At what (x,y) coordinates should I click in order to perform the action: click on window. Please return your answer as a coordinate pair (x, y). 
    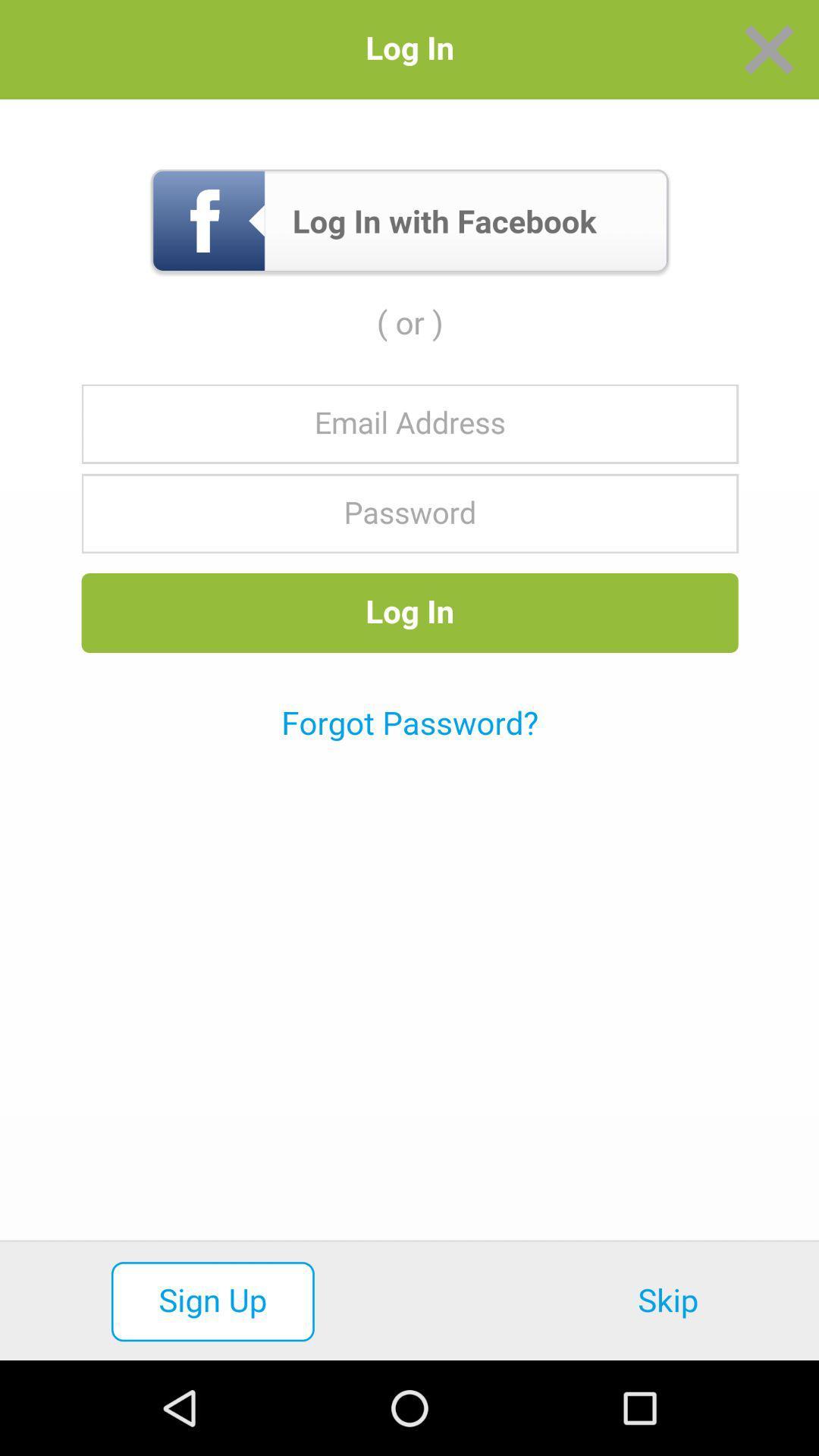
    Looking at the image, I should click on (769, 49).